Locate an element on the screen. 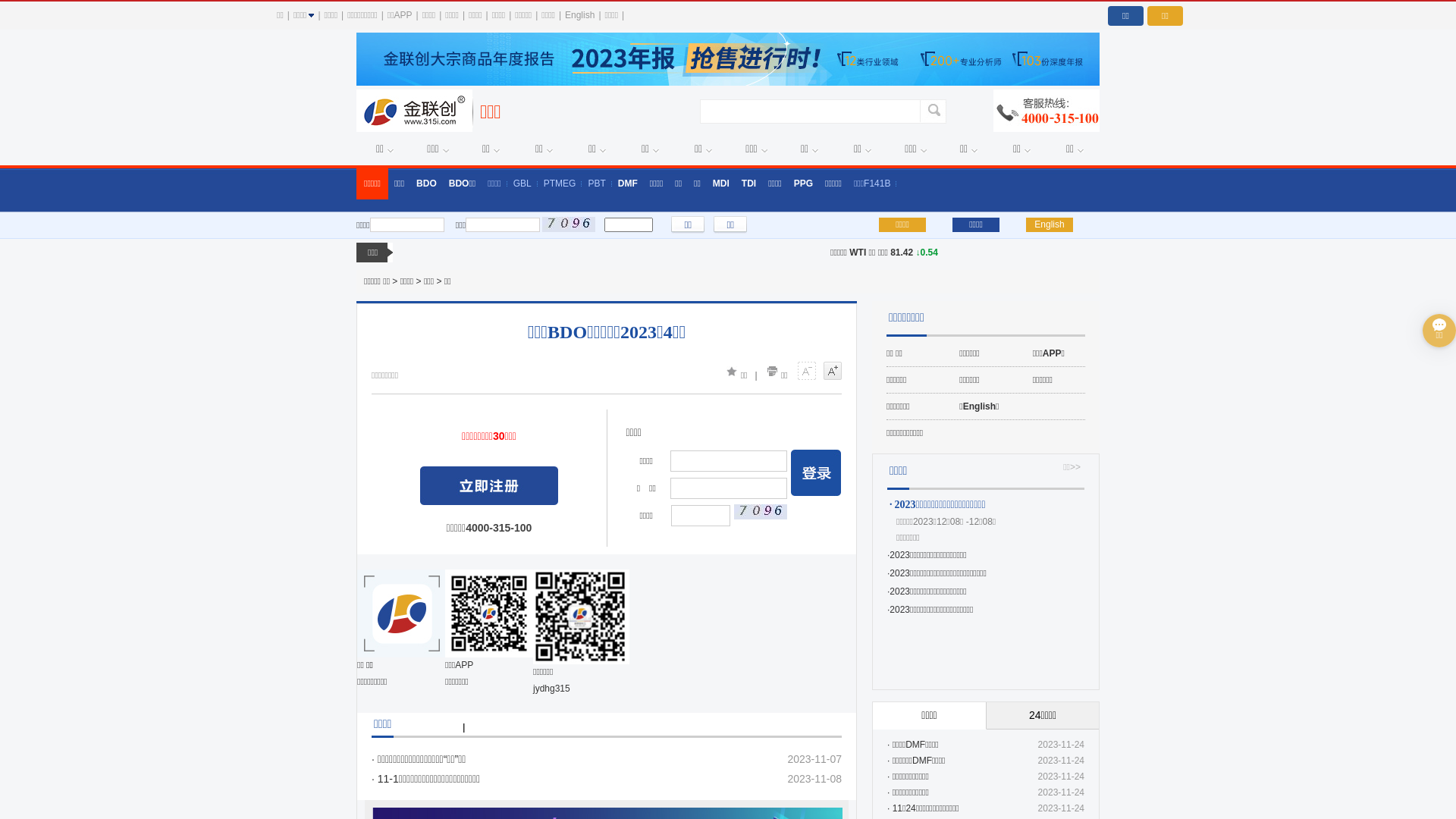 The height and width of the screenshot is (819, 1456). 'BDO' is located at coordinates (425, 183).